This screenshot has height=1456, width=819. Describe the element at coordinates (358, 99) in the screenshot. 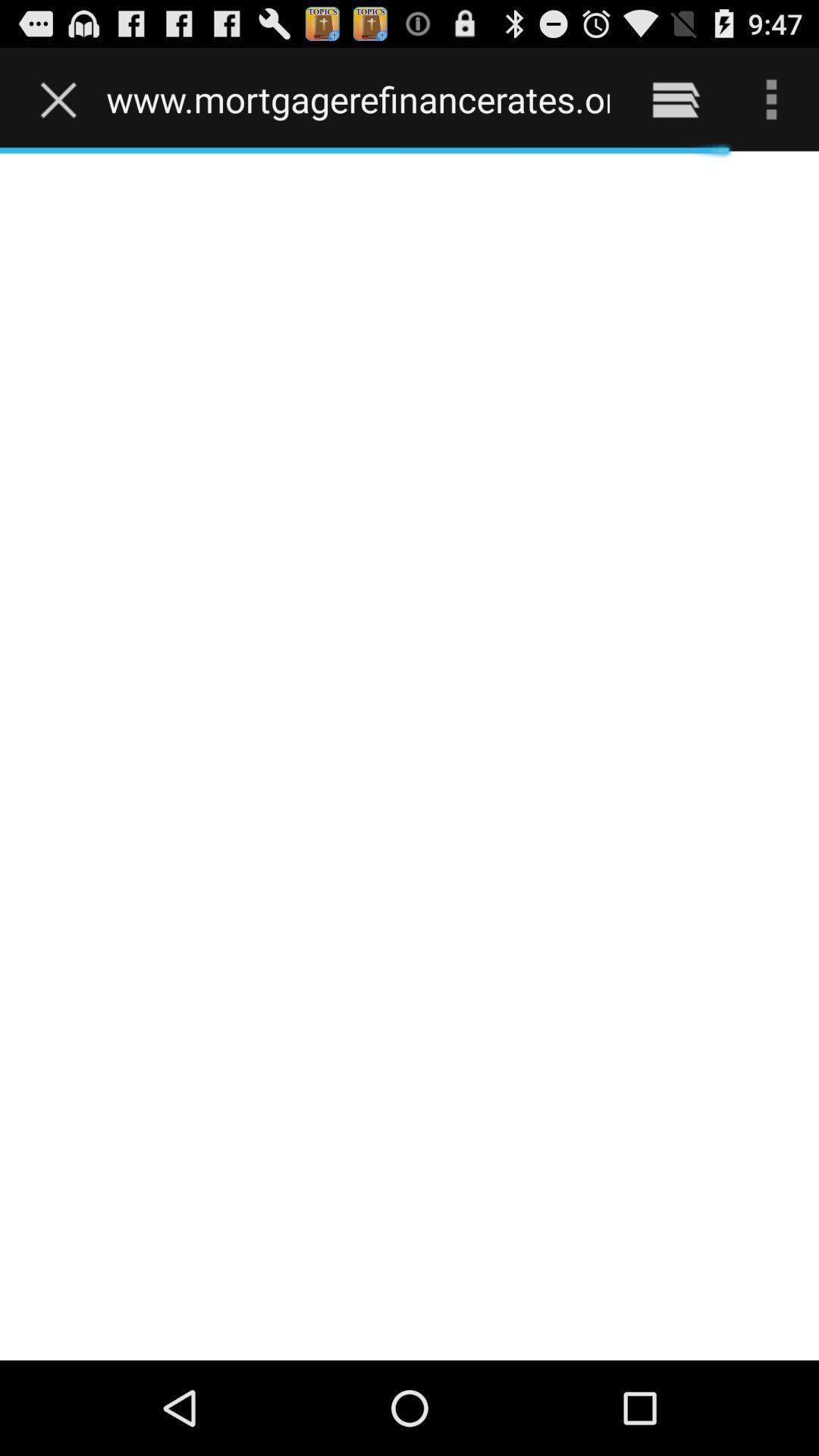

I see `www mortgagerefinancerates org item` at that location.